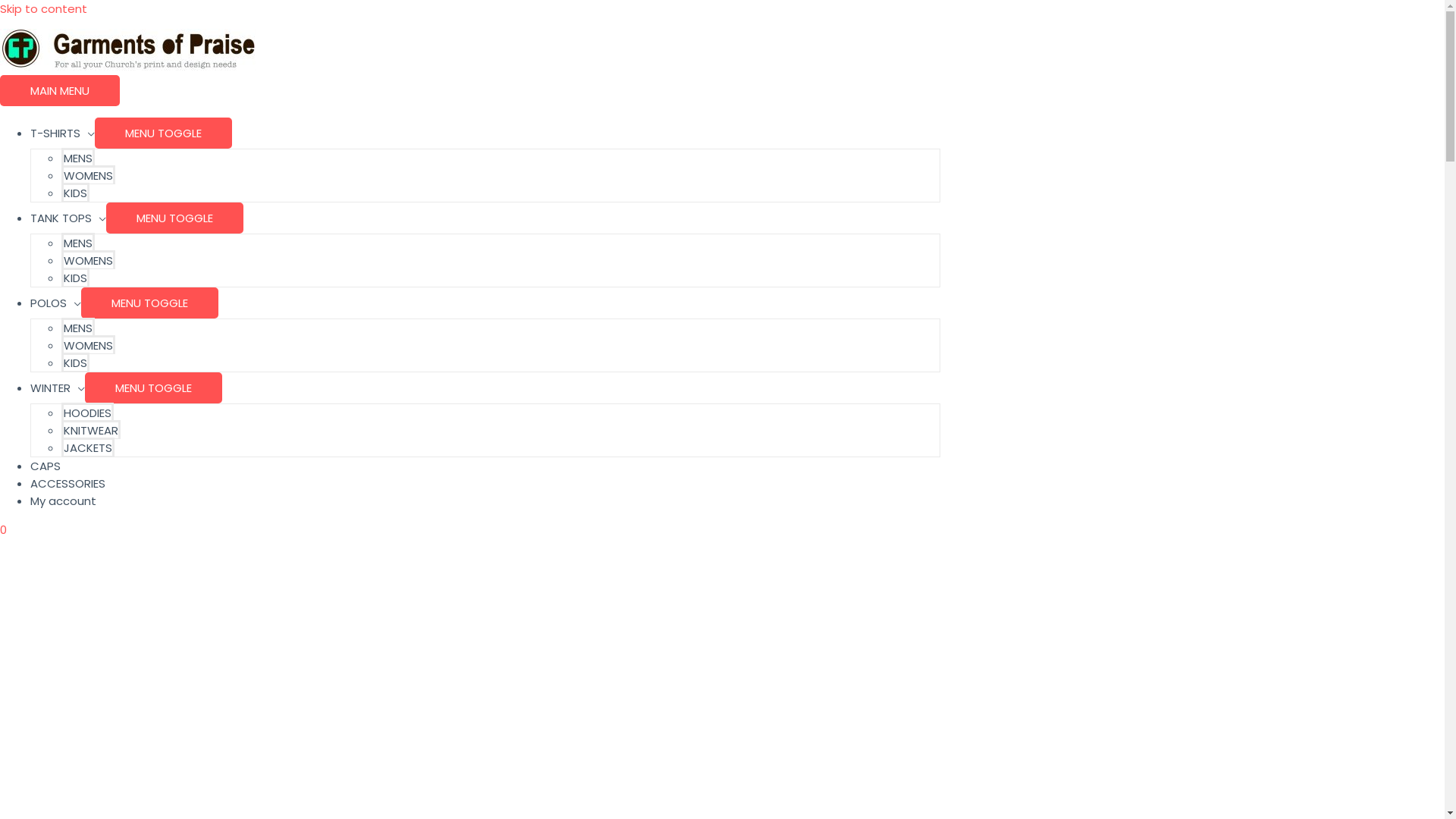 The image size is (1456, 819). What do you see at coordinates (74, 362) in the screenshot?
I see `'KIDS'` at bounding box center [74, 362].